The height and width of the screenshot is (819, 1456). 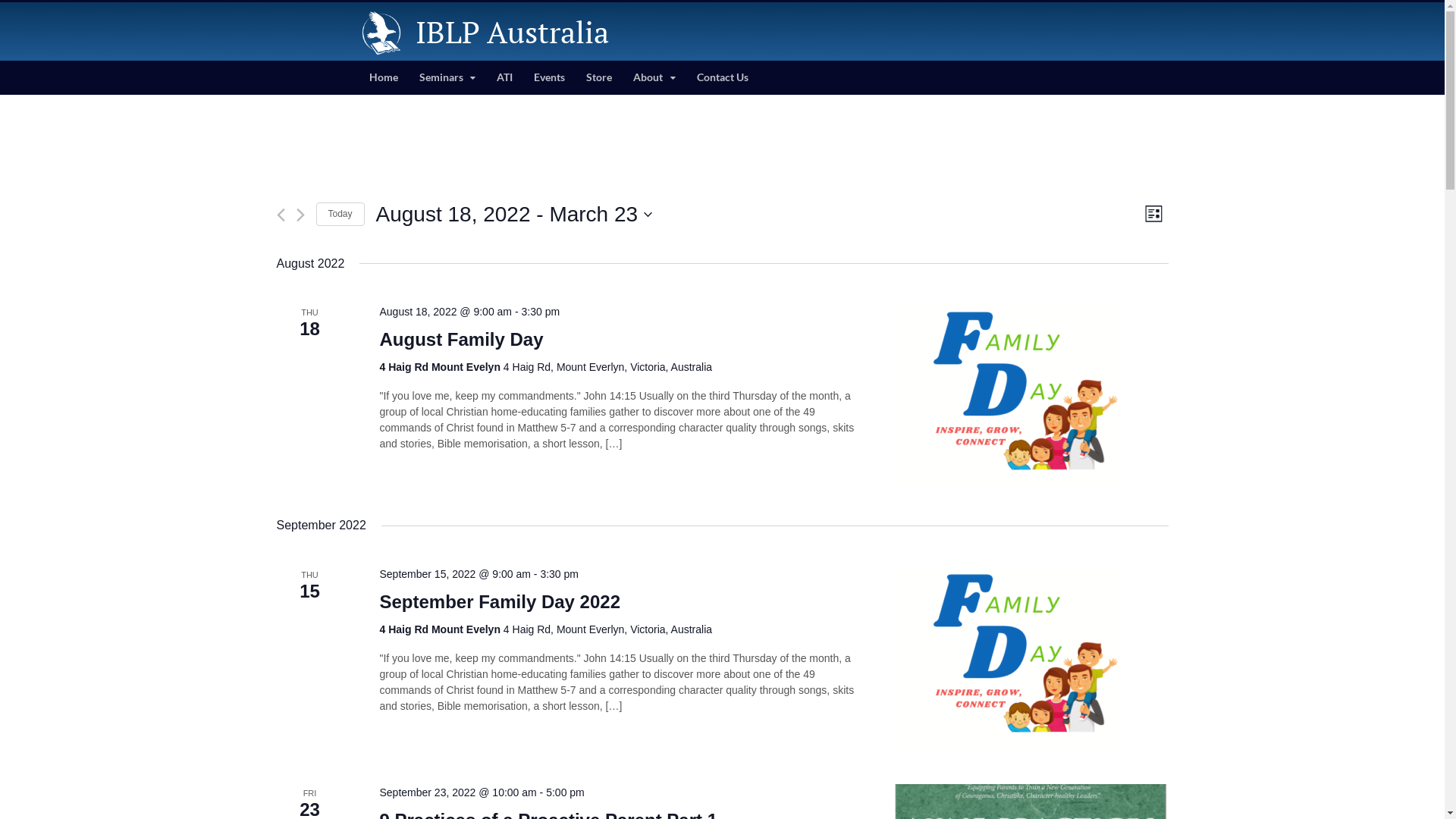 What do you see at coordinates (460, 338) in the screenshot?
I see `'August Family Day'` at bounding box center [460, 338].